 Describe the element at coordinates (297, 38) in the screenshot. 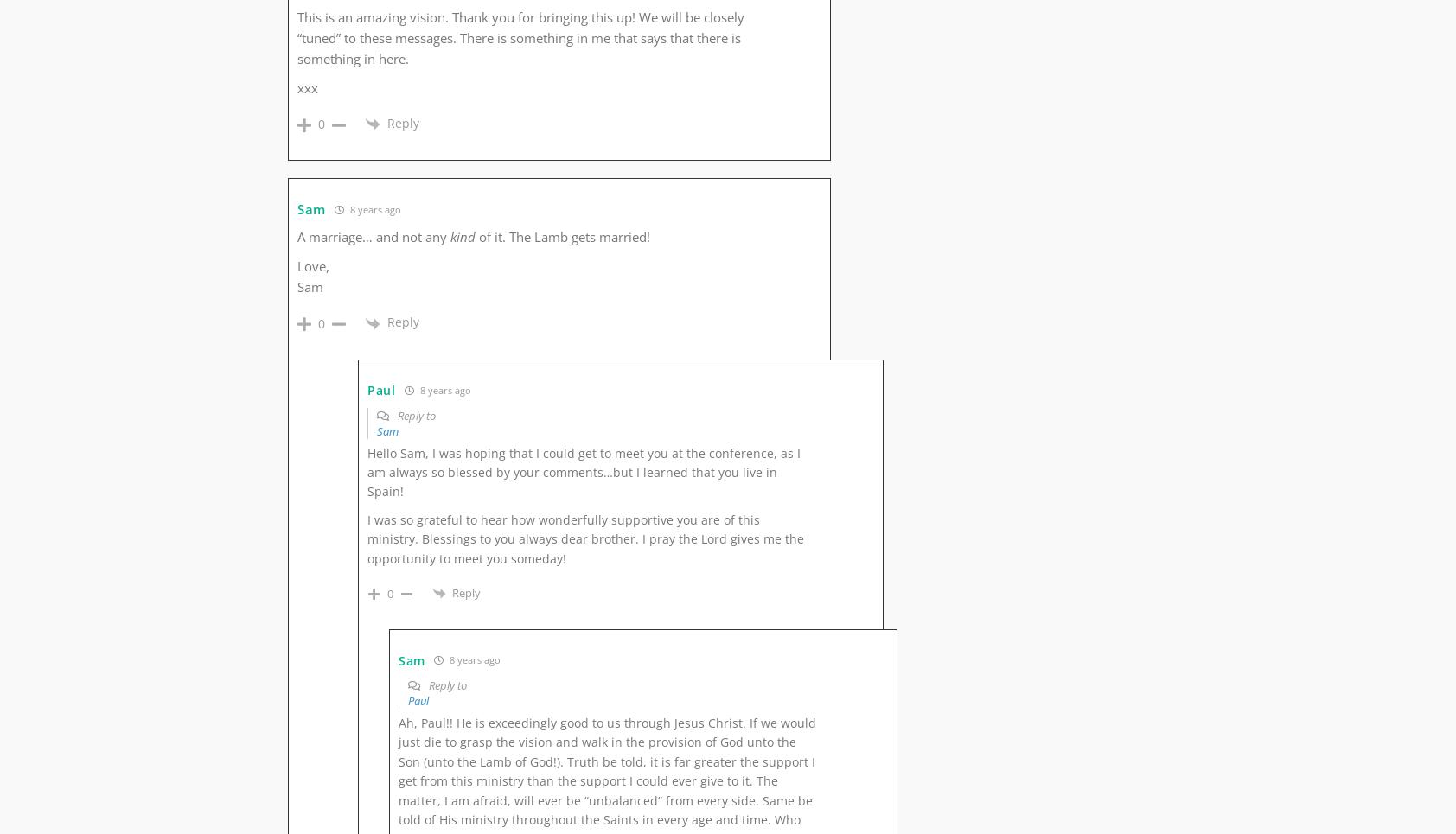

I see `'This is an amazing vision. Thank you for bringing this up! We will be closely “tuned” to these messages. There is something in me that says that there is something in here.'` at that location.